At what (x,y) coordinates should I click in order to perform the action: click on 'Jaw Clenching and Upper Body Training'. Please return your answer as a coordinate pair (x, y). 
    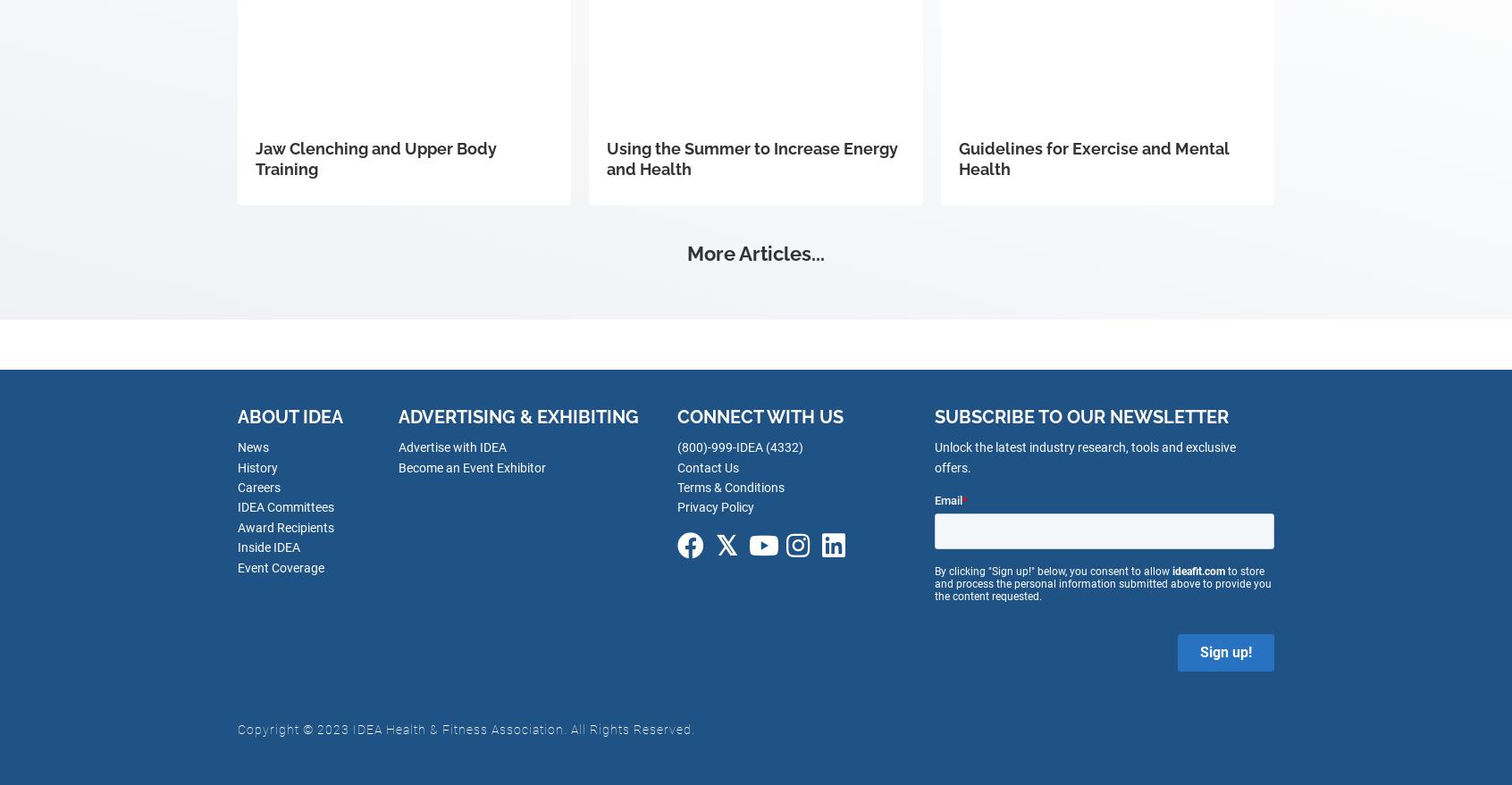
    Looking at the image, I should click on (375, 157).